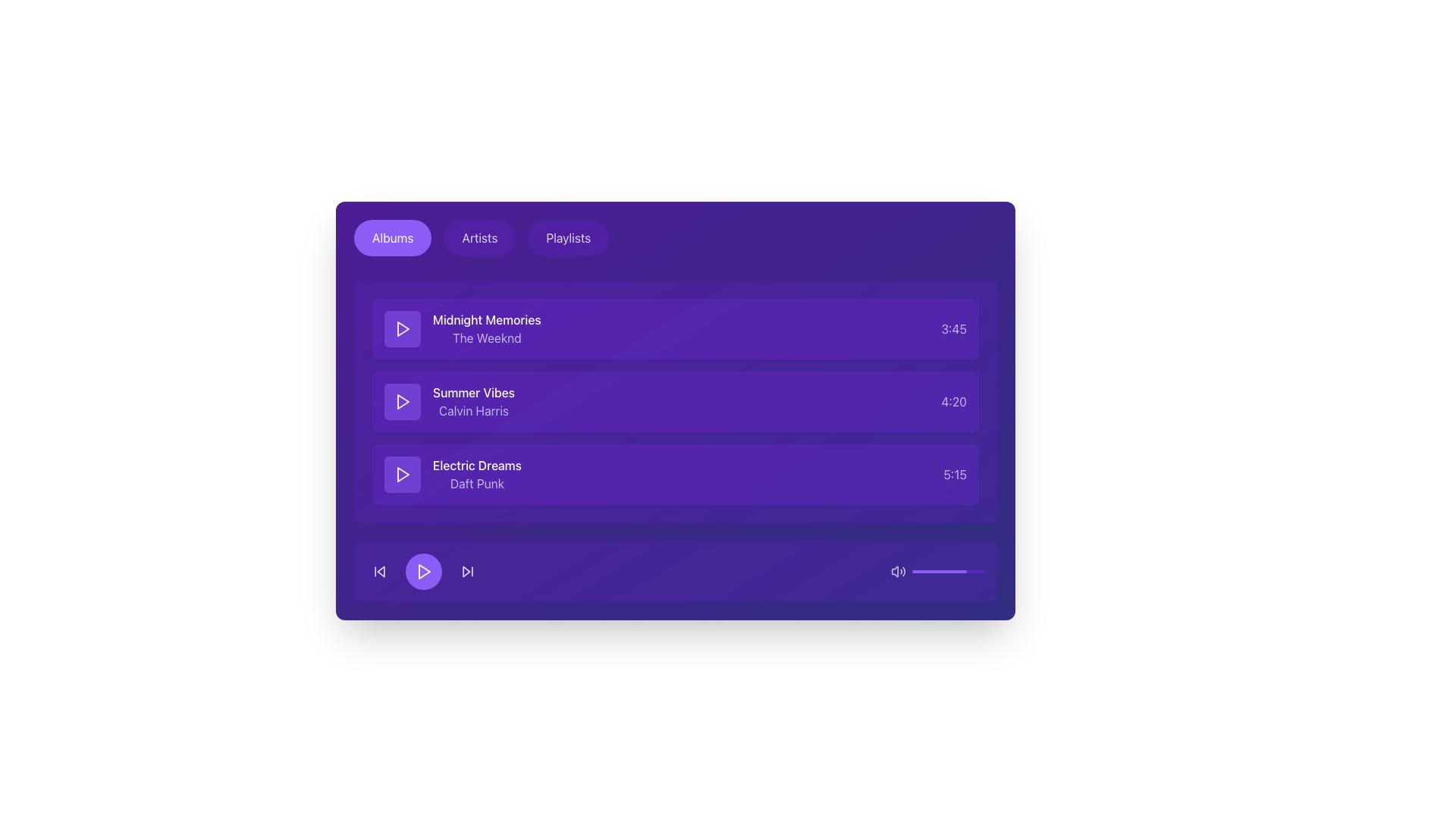 Image resolution: width=1456 pixels, height=819 pixels. What do you see at coordinates (403, 400) in the screenshot?
I see `the second play button (Play Icon) for the track 'Summer Vibes' by Calvin Harris` at bounding box center [403, 400].